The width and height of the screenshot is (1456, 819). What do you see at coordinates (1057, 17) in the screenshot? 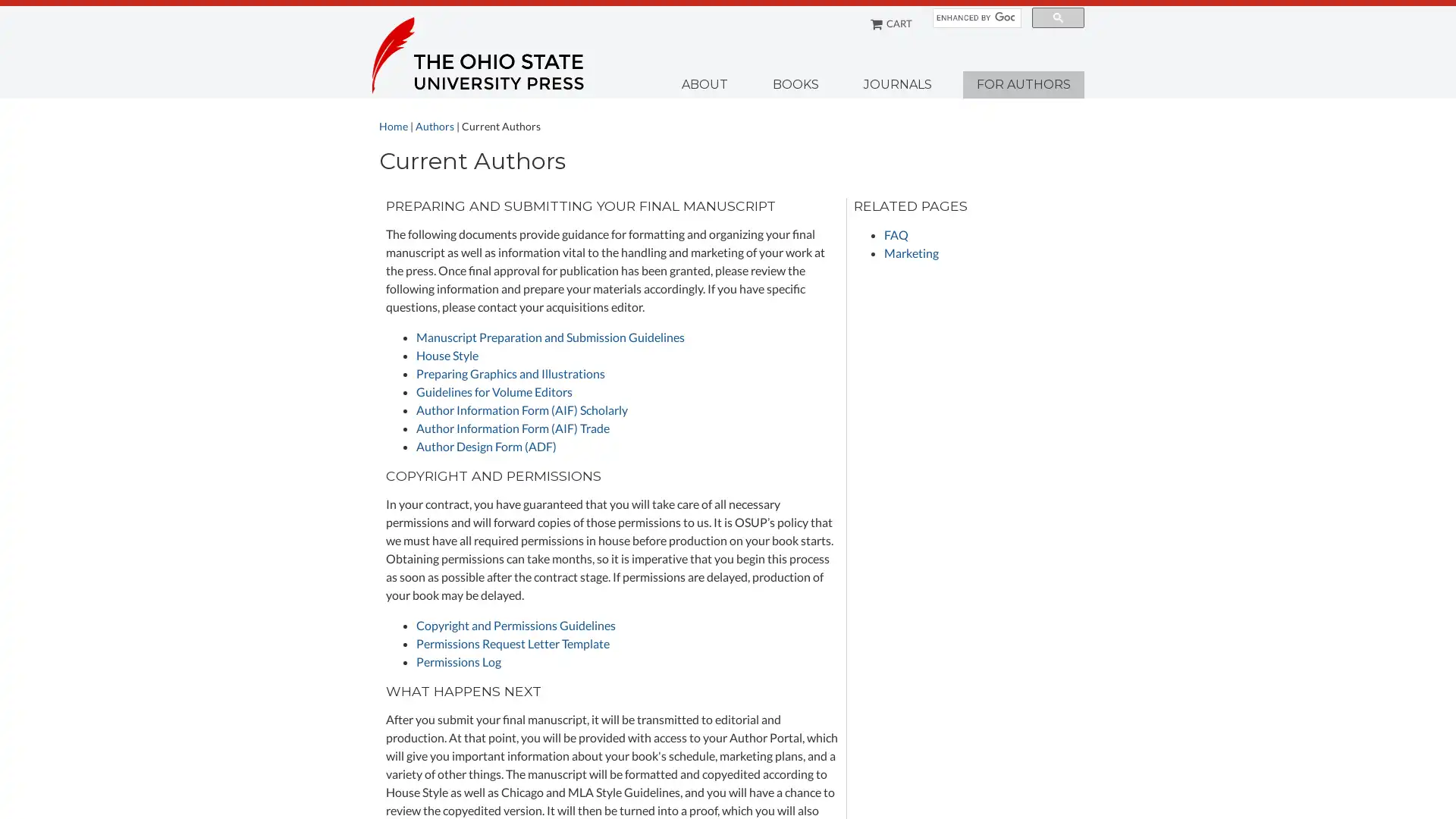
I see `search` at bounding box center [1057, 17].